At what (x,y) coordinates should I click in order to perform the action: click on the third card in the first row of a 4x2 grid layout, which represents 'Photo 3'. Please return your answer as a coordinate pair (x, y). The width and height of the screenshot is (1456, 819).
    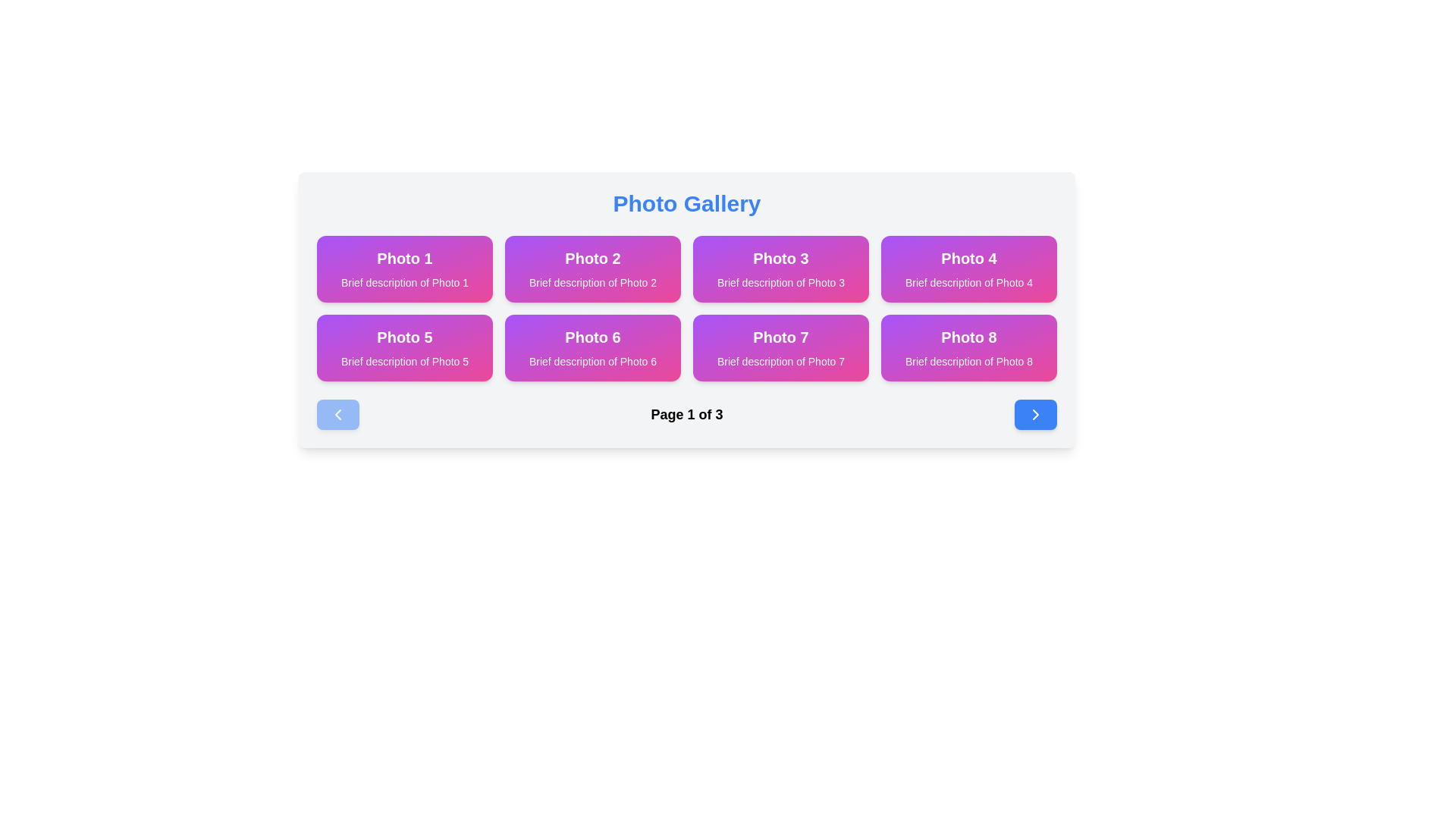
    Looking at the image, I should click on (781, 268).